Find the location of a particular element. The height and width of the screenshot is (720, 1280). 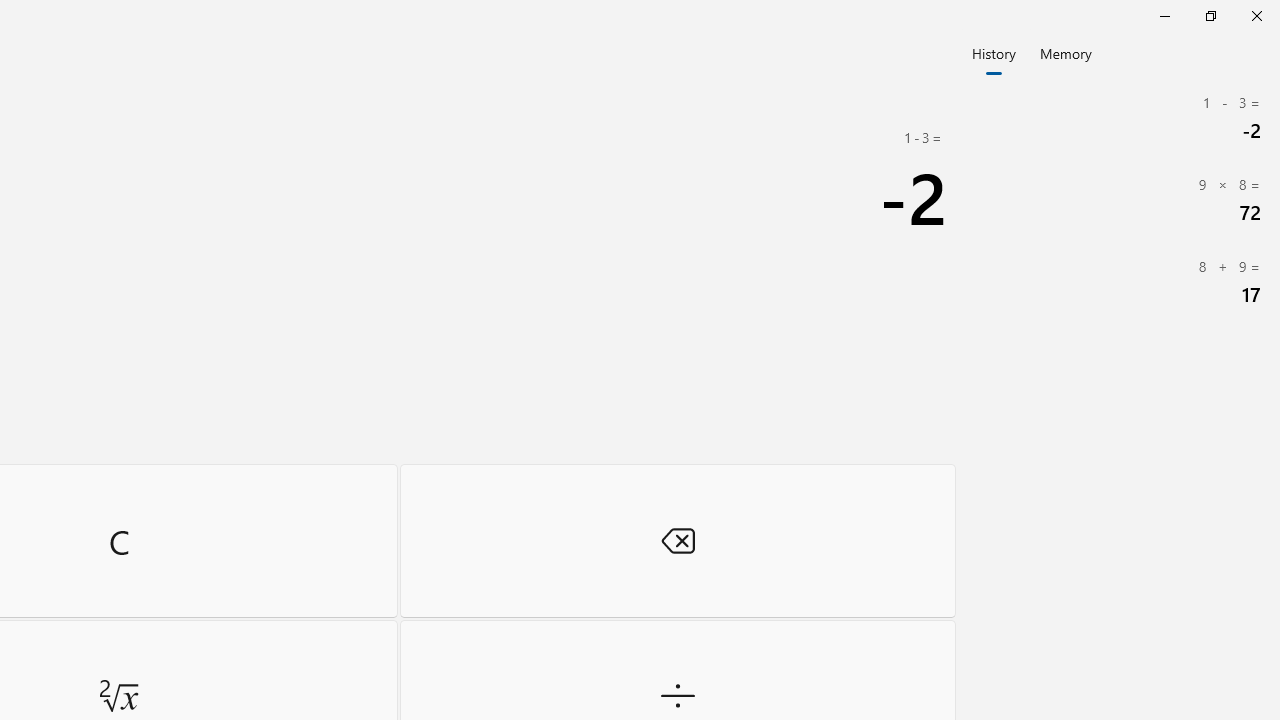

'Minimize Calculator' is located at coordinates (1164, 15).